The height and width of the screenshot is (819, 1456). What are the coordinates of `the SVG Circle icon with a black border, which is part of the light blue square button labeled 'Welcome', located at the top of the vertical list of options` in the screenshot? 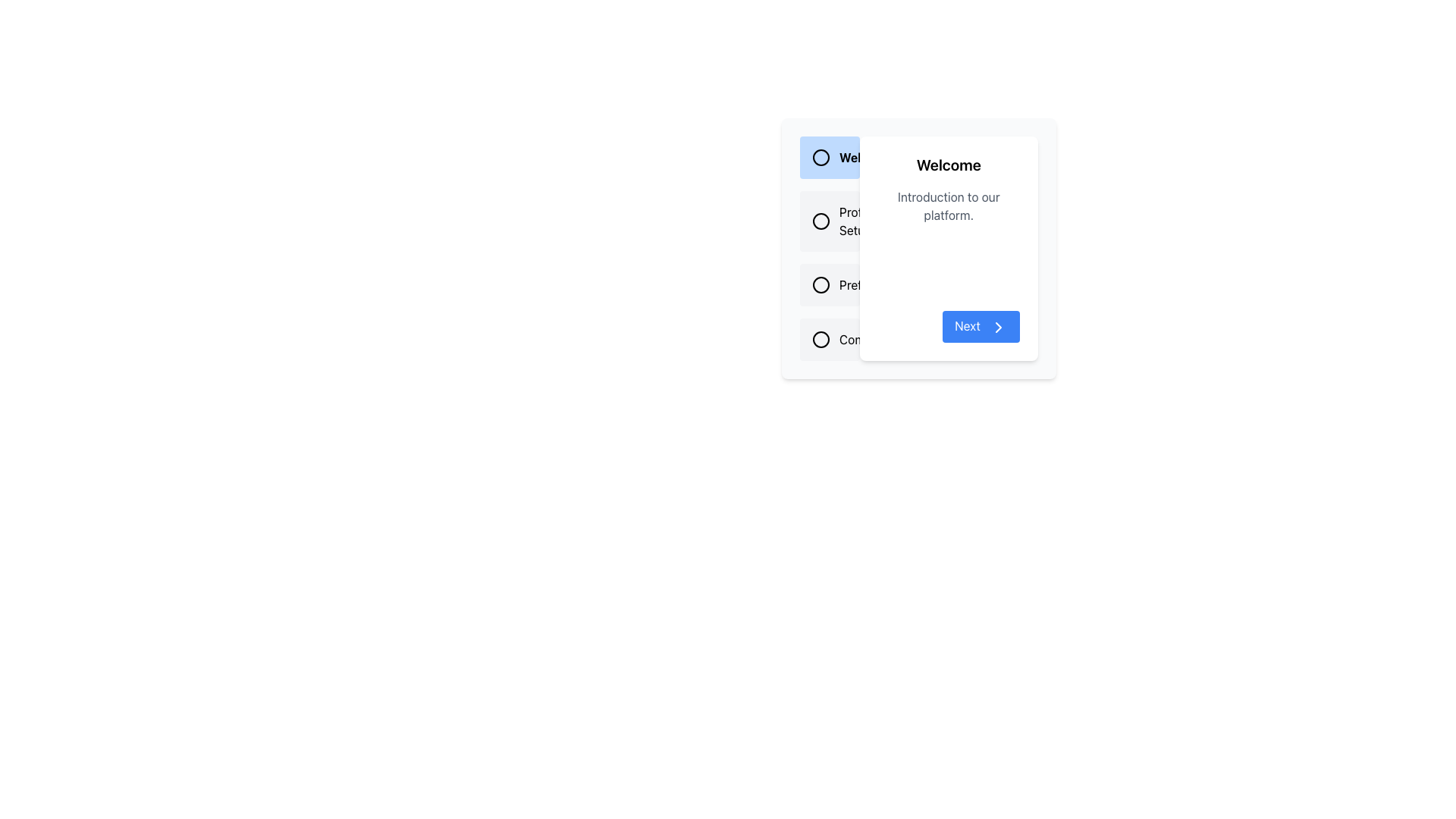 It's located at (821, 158).